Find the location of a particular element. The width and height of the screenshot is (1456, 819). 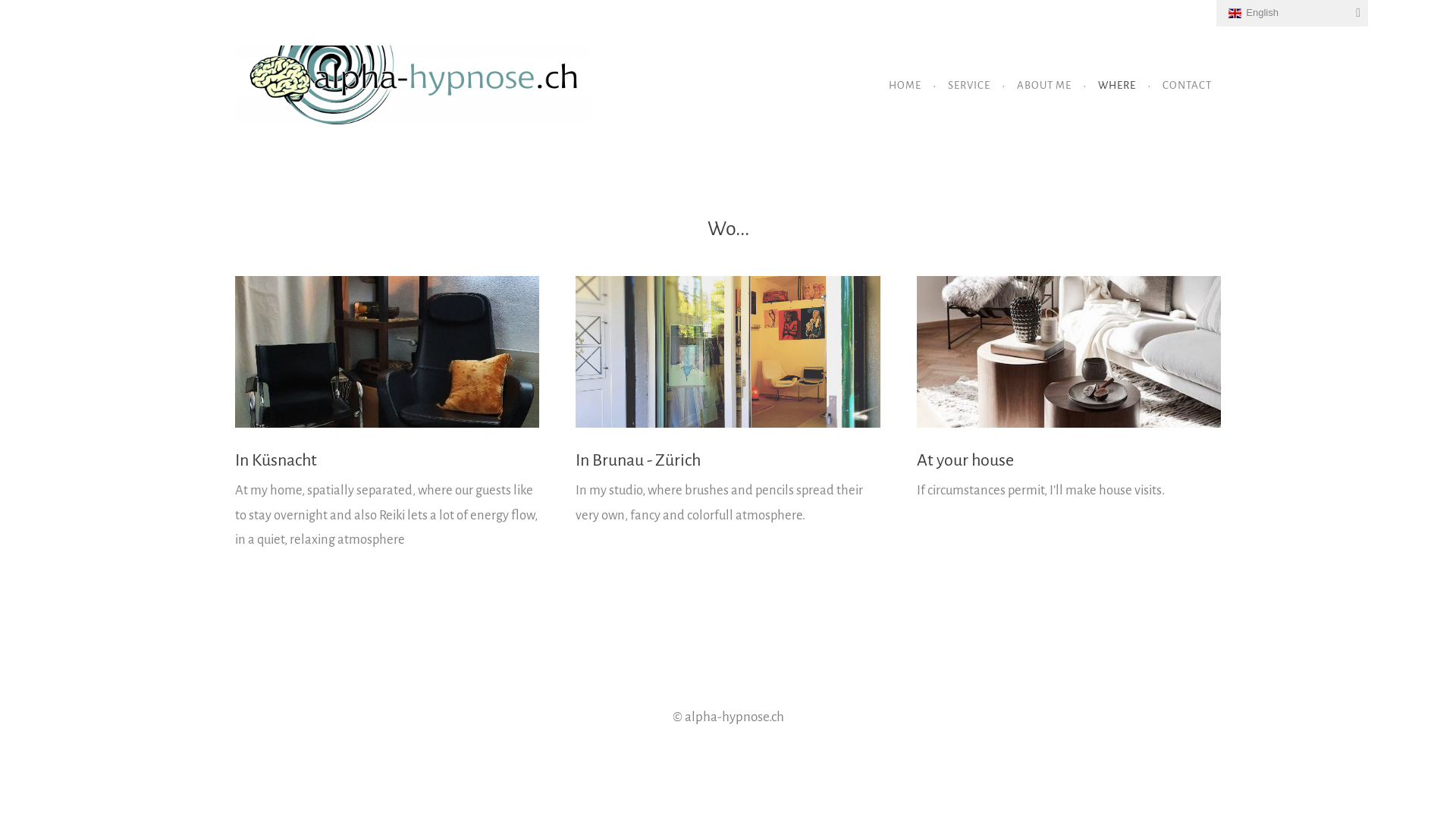

'CONTACT' is located at coordinates (1186, 85).